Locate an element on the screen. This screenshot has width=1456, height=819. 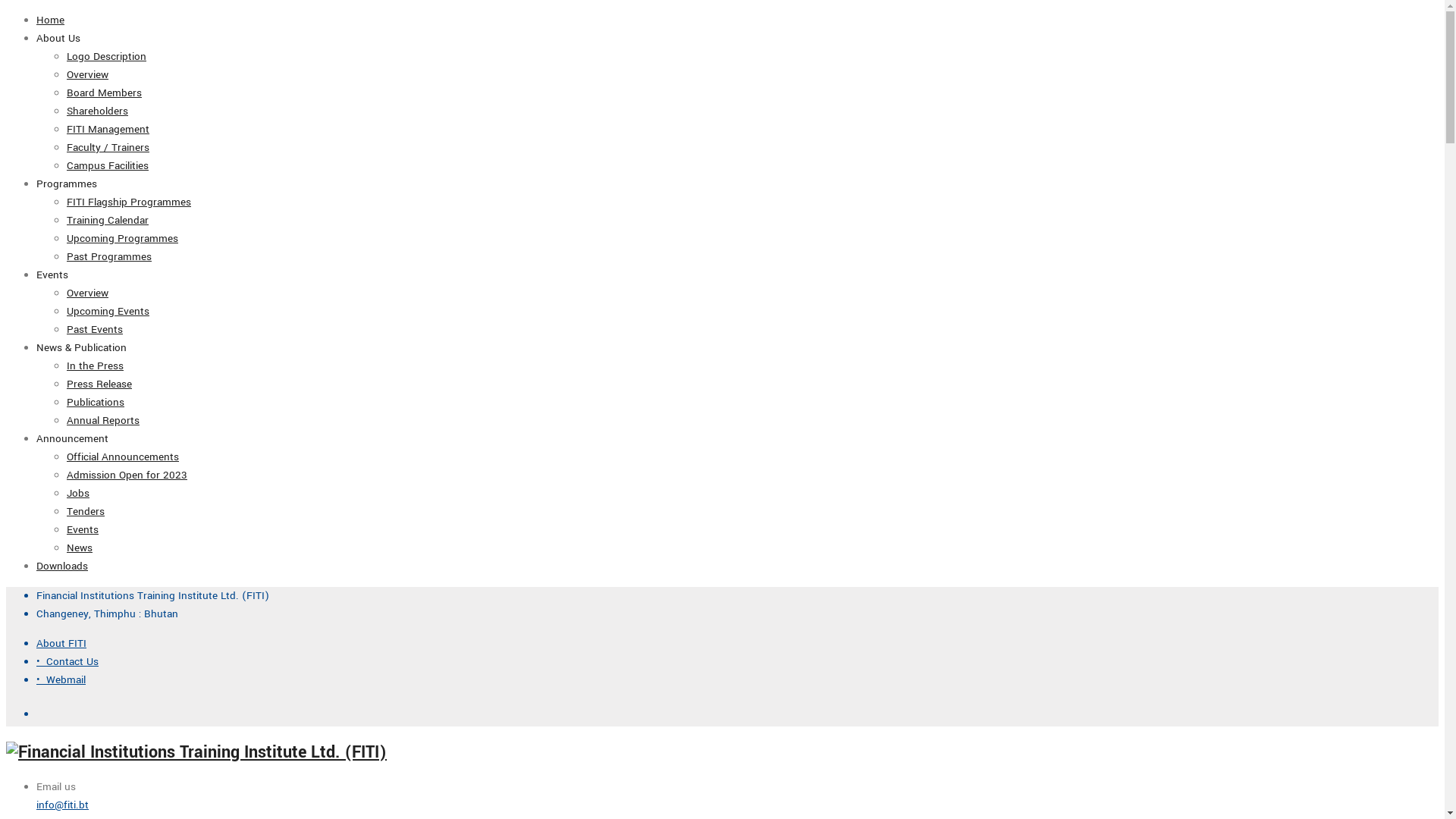
'Upcoming Programmes' is located at coordinates (122, 238).